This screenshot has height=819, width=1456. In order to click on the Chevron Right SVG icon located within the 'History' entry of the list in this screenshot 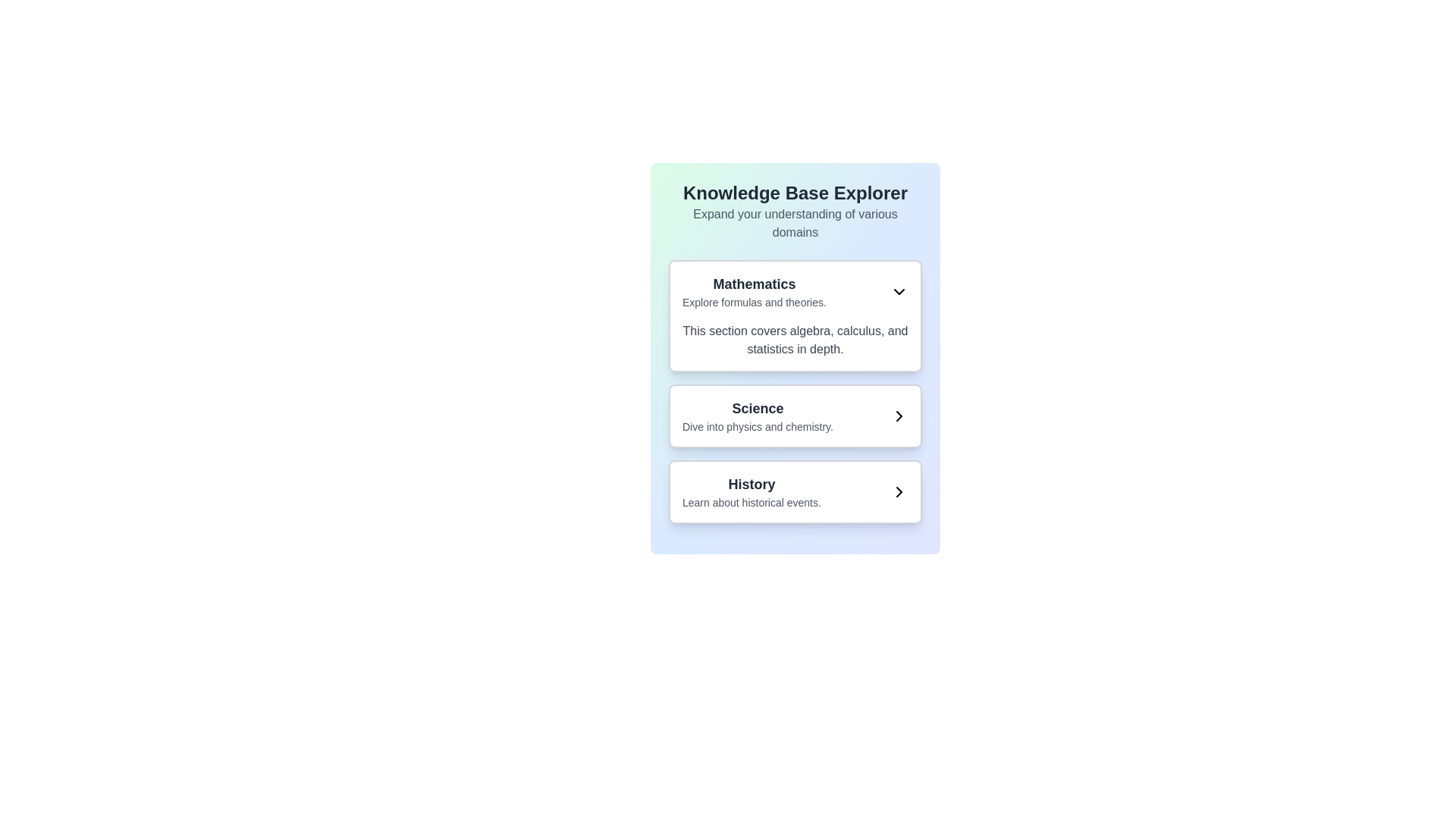, I will do `click(899, 491)`.